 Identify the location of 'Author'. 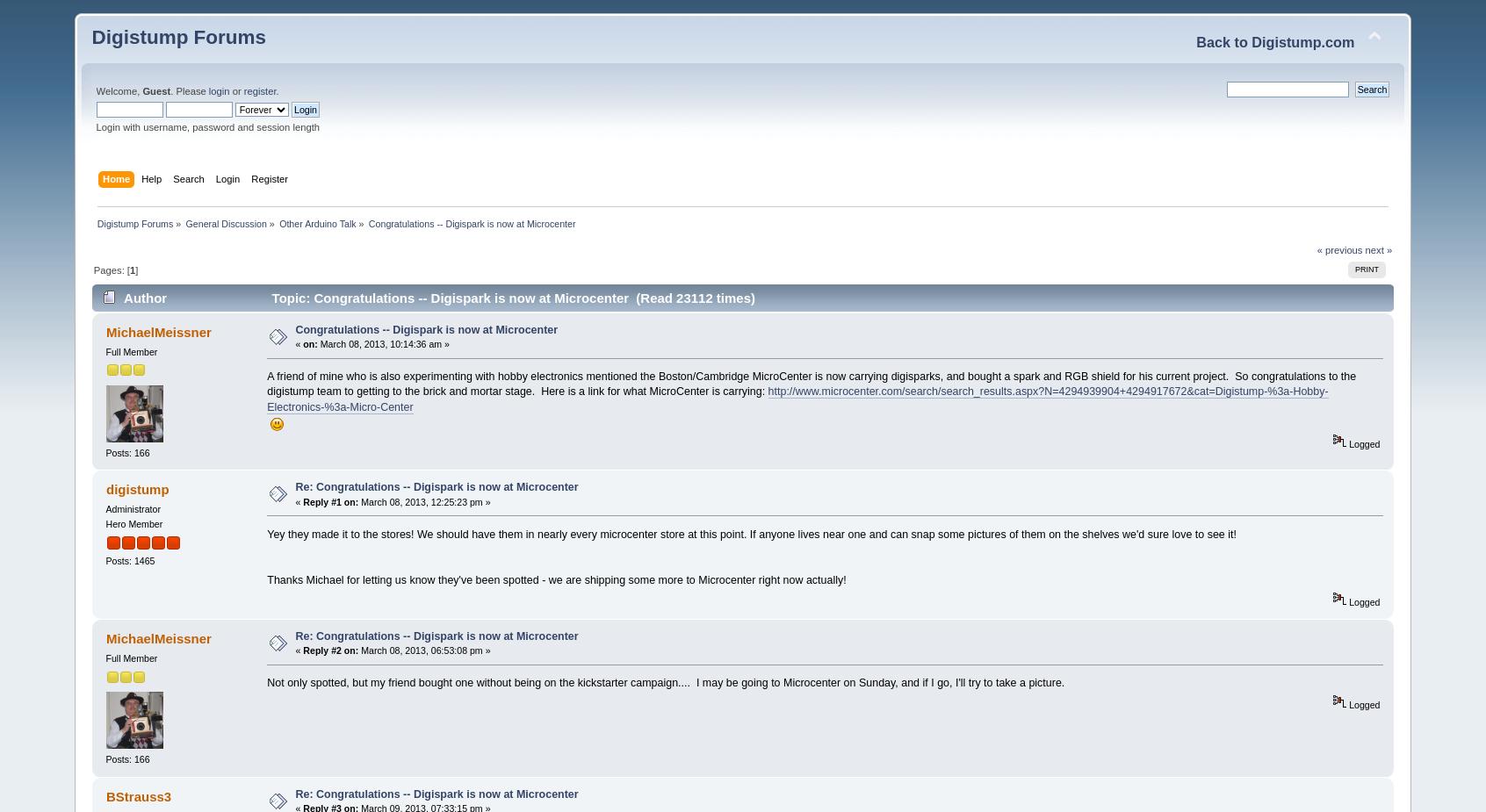
(144, 296).